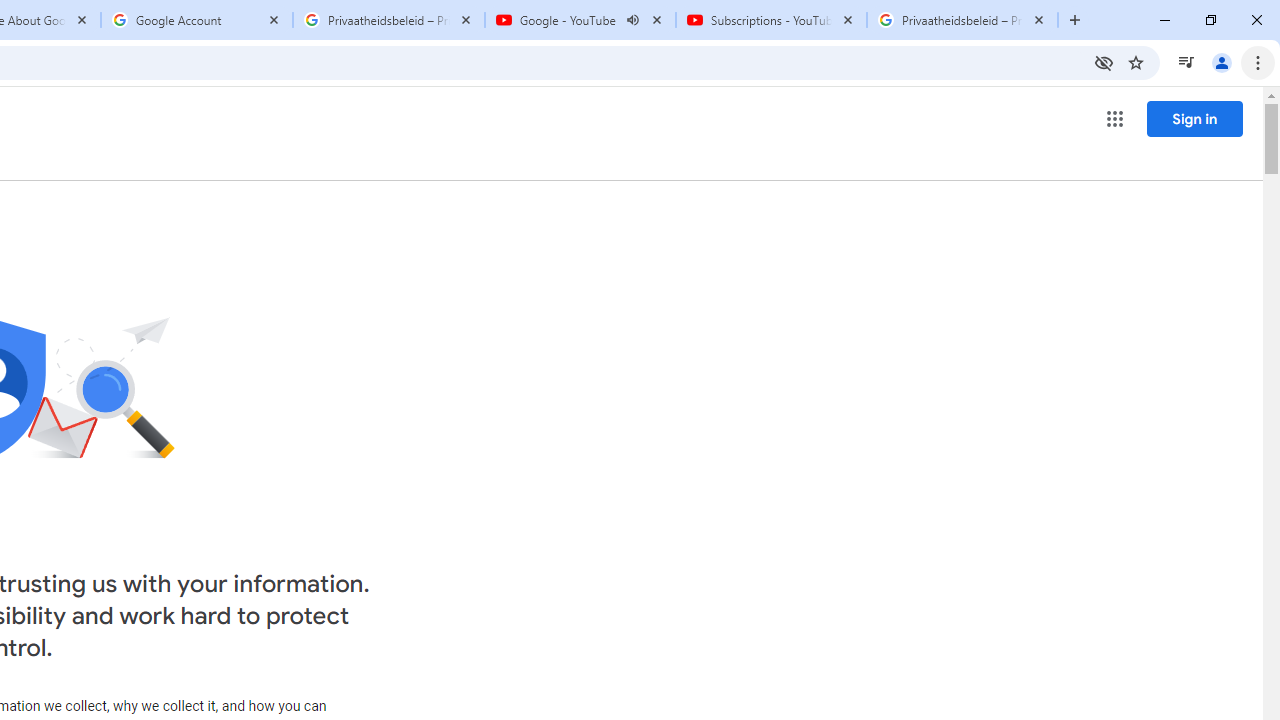  What do you see at coordinates (631, 20) in the screenshot?
I see `'Mute tab'` at bounding box center [631, 20].